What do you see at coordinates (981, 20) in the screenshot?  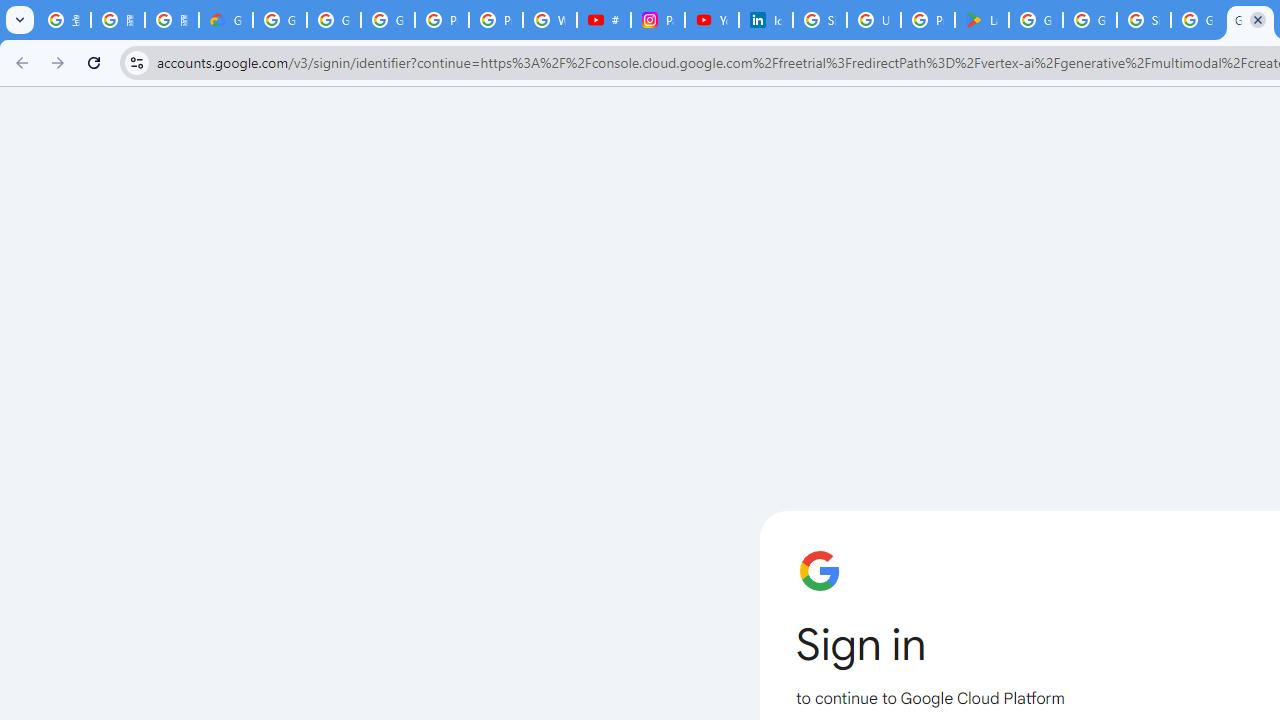 I see `'Last Shelter: Survival - Apps on Google Play'` at bounding box center [981, 20].